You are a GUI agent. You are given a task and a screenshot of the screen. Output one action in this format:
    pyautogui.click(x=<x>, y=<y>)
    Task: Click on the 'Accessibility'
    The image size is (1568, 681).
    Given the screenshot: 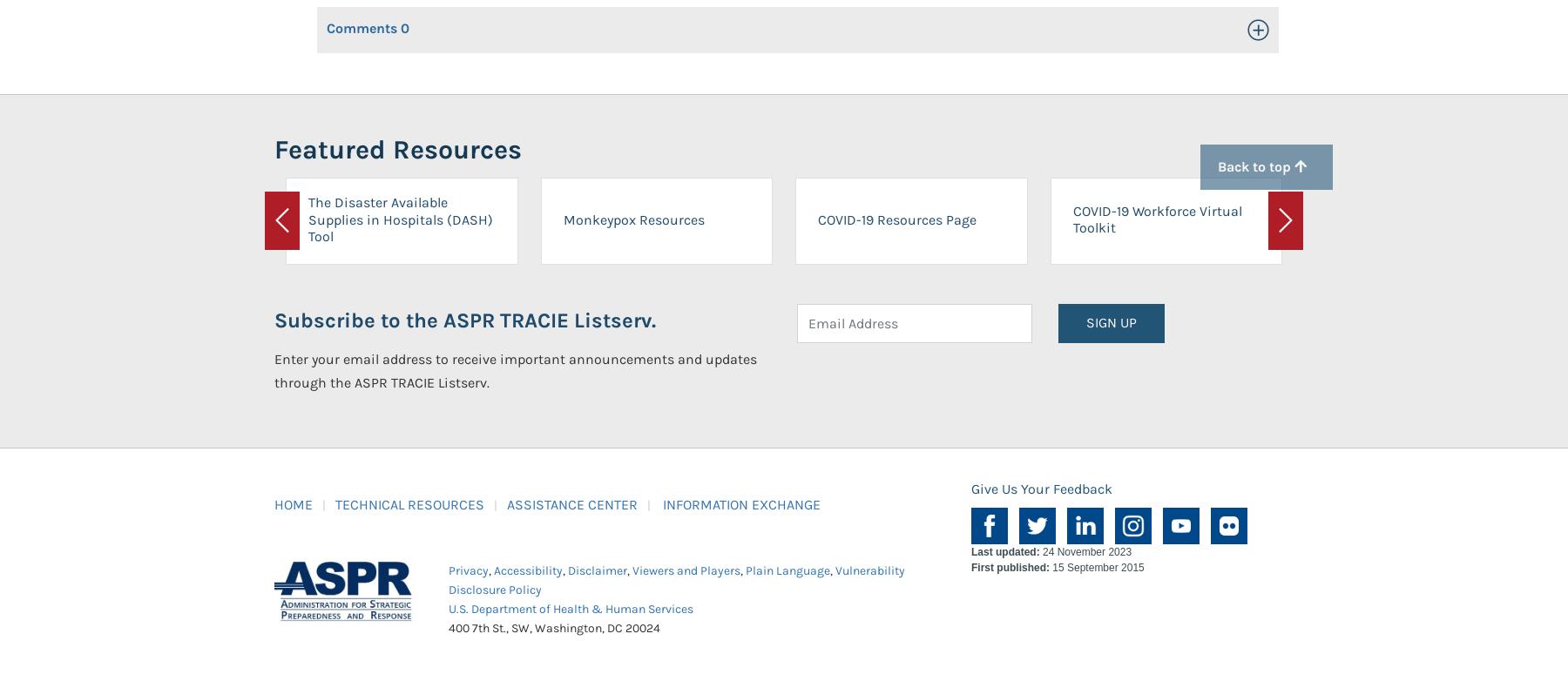 What is the action you would take?
    pyautogui.click(x=494, y=570)
    